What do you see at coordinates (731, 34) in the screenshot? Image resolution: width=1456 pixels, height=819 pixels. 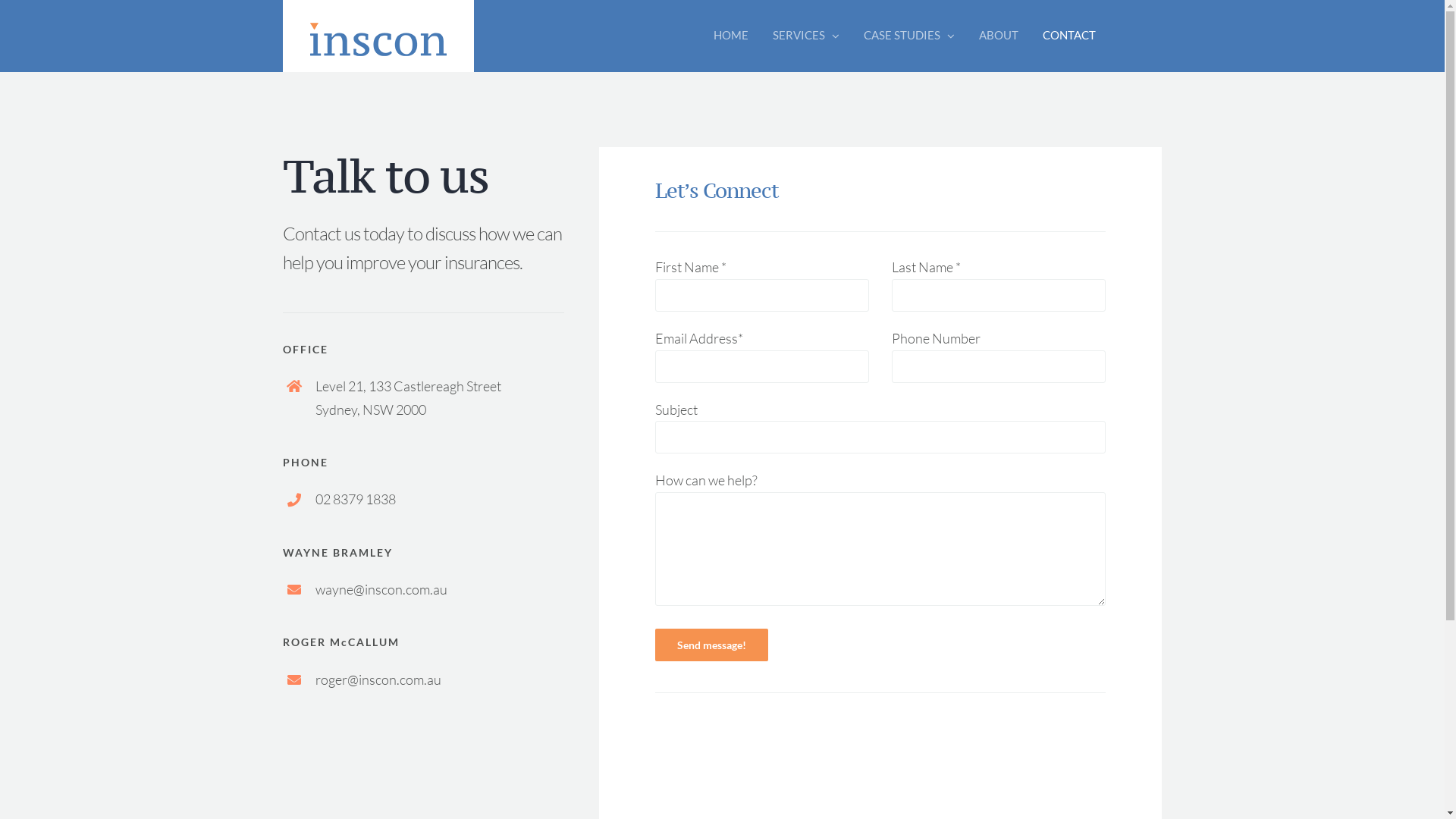 I see `'HOME'` at bounding box center [731, 34].